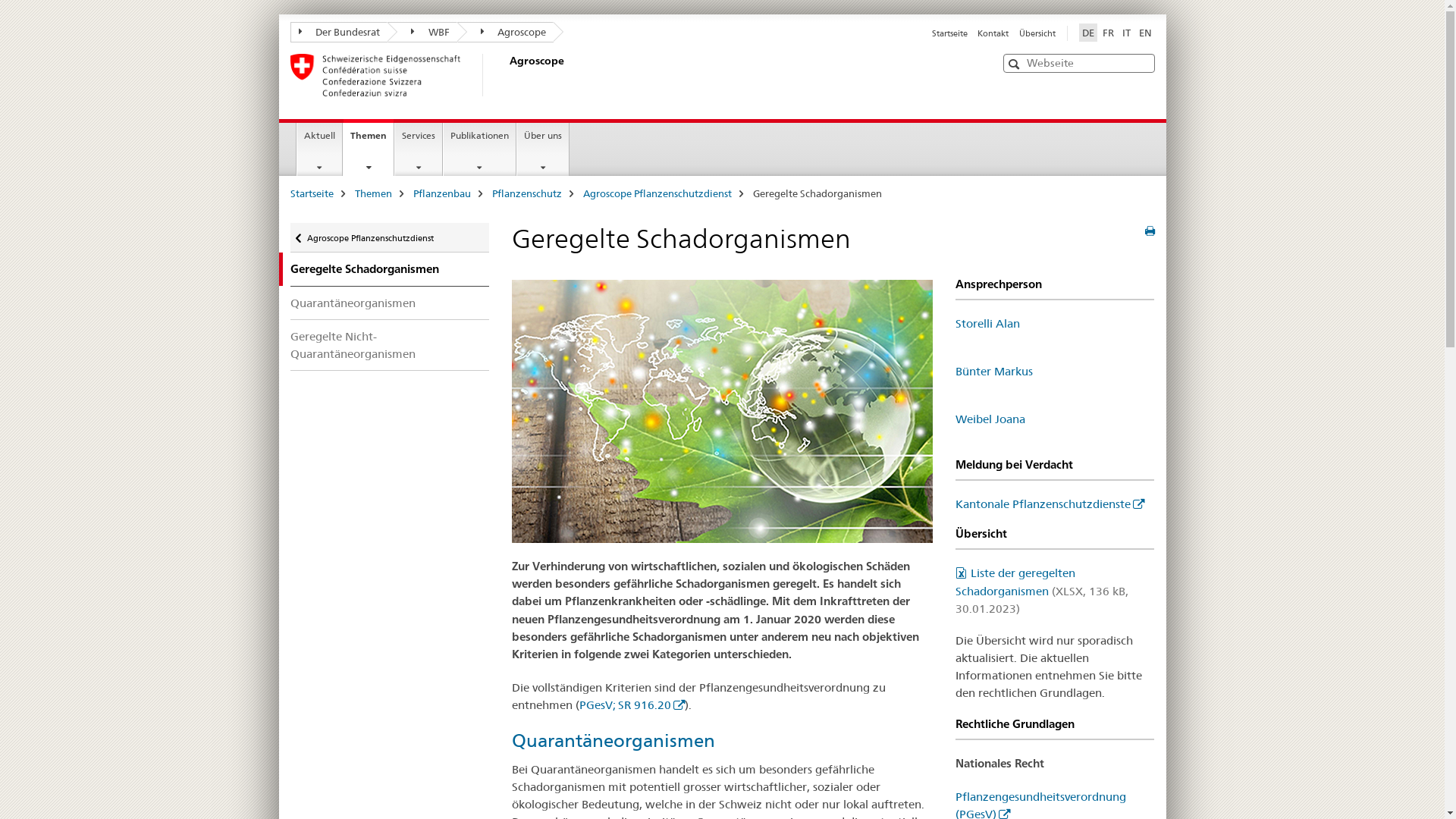  What do you see at coordinates (506, 75) in the screenshot?
I see `'Agroscope'` at bounding box center [506, 75].